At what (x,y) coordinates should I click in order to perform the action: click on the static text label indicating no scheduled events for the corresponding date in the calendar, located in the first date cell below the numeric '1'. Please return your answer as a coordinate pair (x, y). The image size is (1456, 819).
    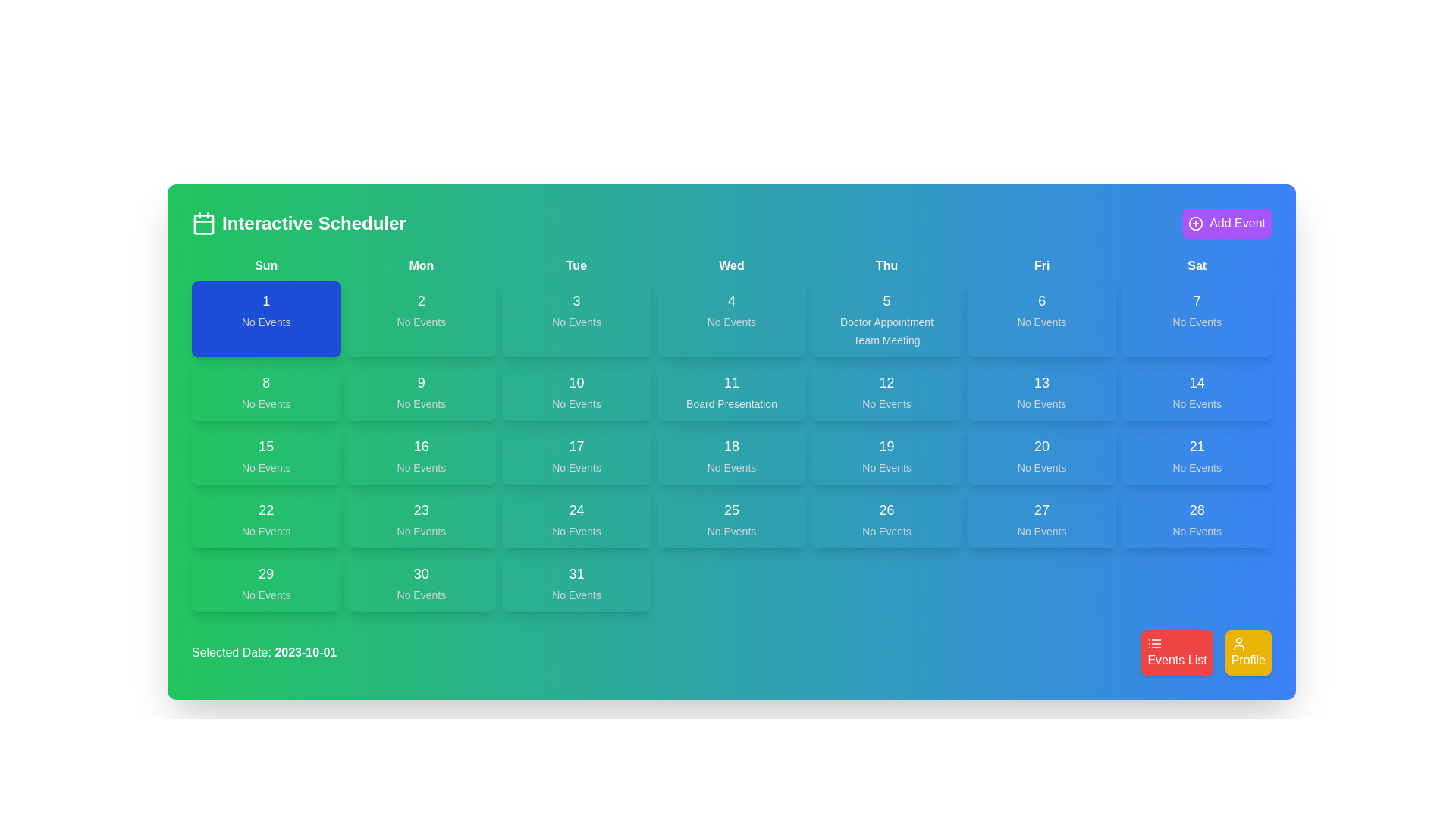
    Looking at the image, I should click on (266, 321).